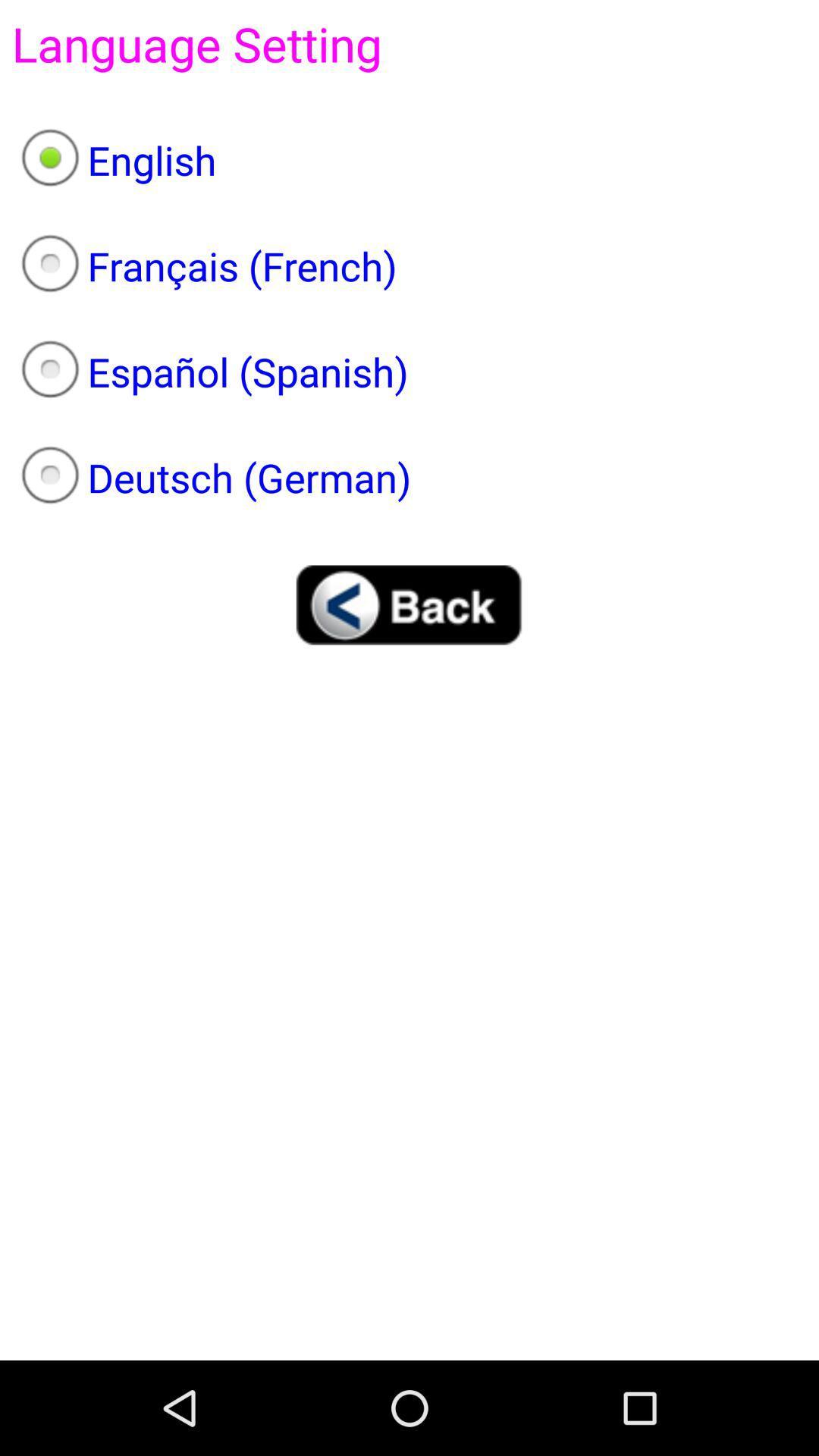  What do you see at coordinates (409, 604) in the screenshot?
I see `go back` at bounding box center [409, 604].